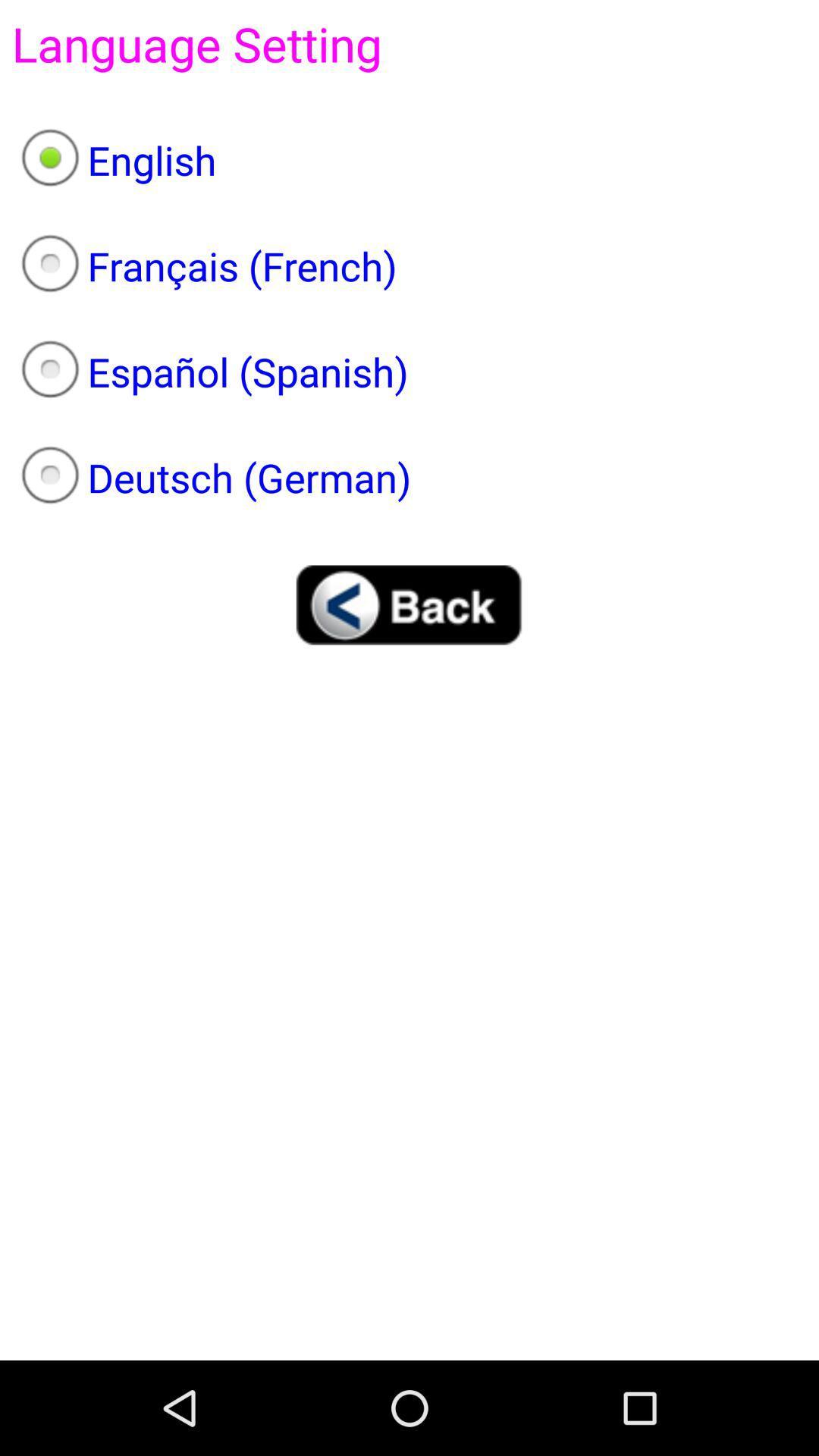  What do you see at coordinates (409, 604) in the screenshot?
I see `go back` at bounding box center [409, 604].